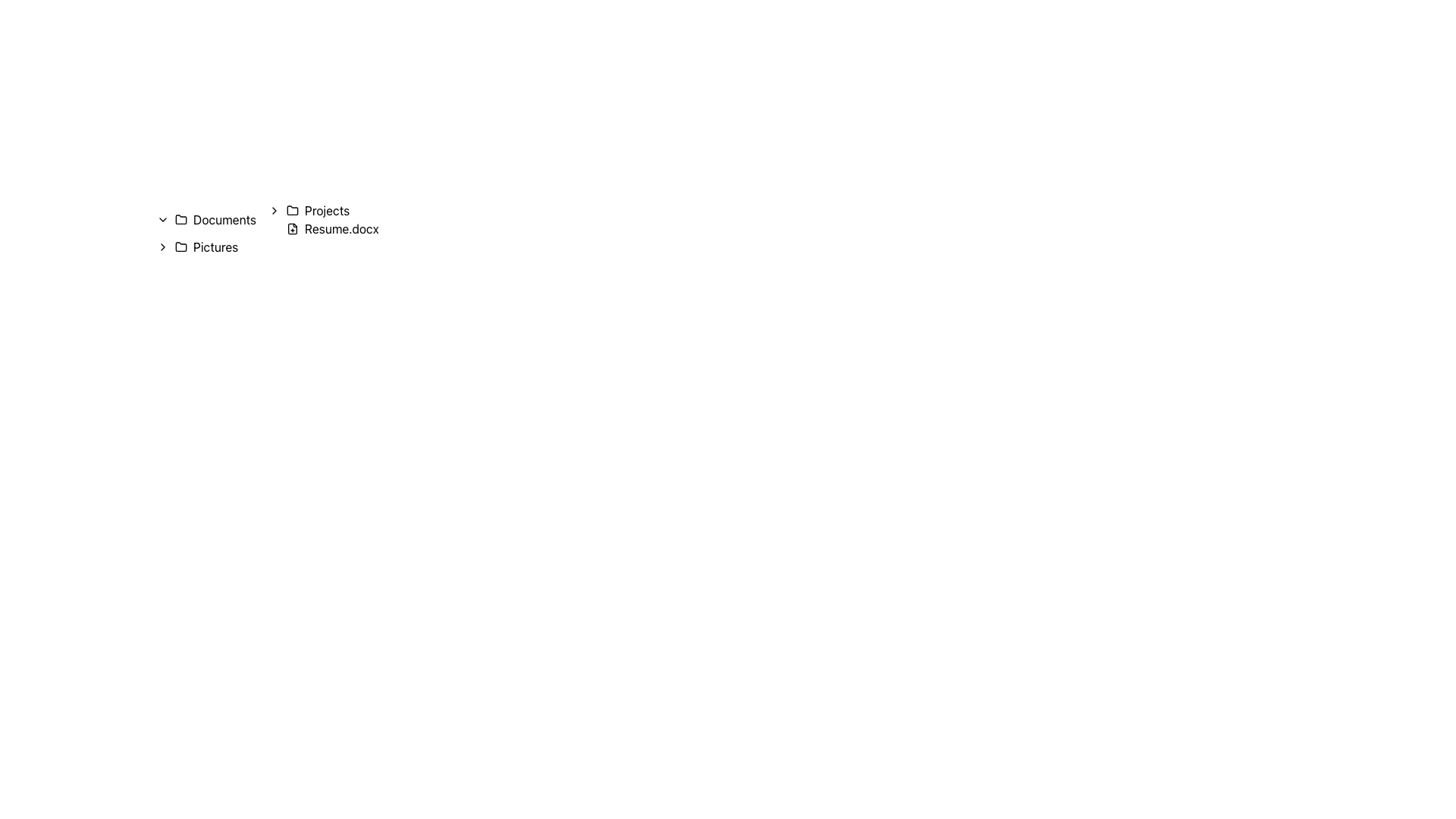 The width and height of the screenshot is (1456, 819). Describe the element at coordinates (316, 228) in the screenshot. I see `the 'Resume.docx' file entry, which is a text label with a document icon, located under the 'Projects' directory` at that location.